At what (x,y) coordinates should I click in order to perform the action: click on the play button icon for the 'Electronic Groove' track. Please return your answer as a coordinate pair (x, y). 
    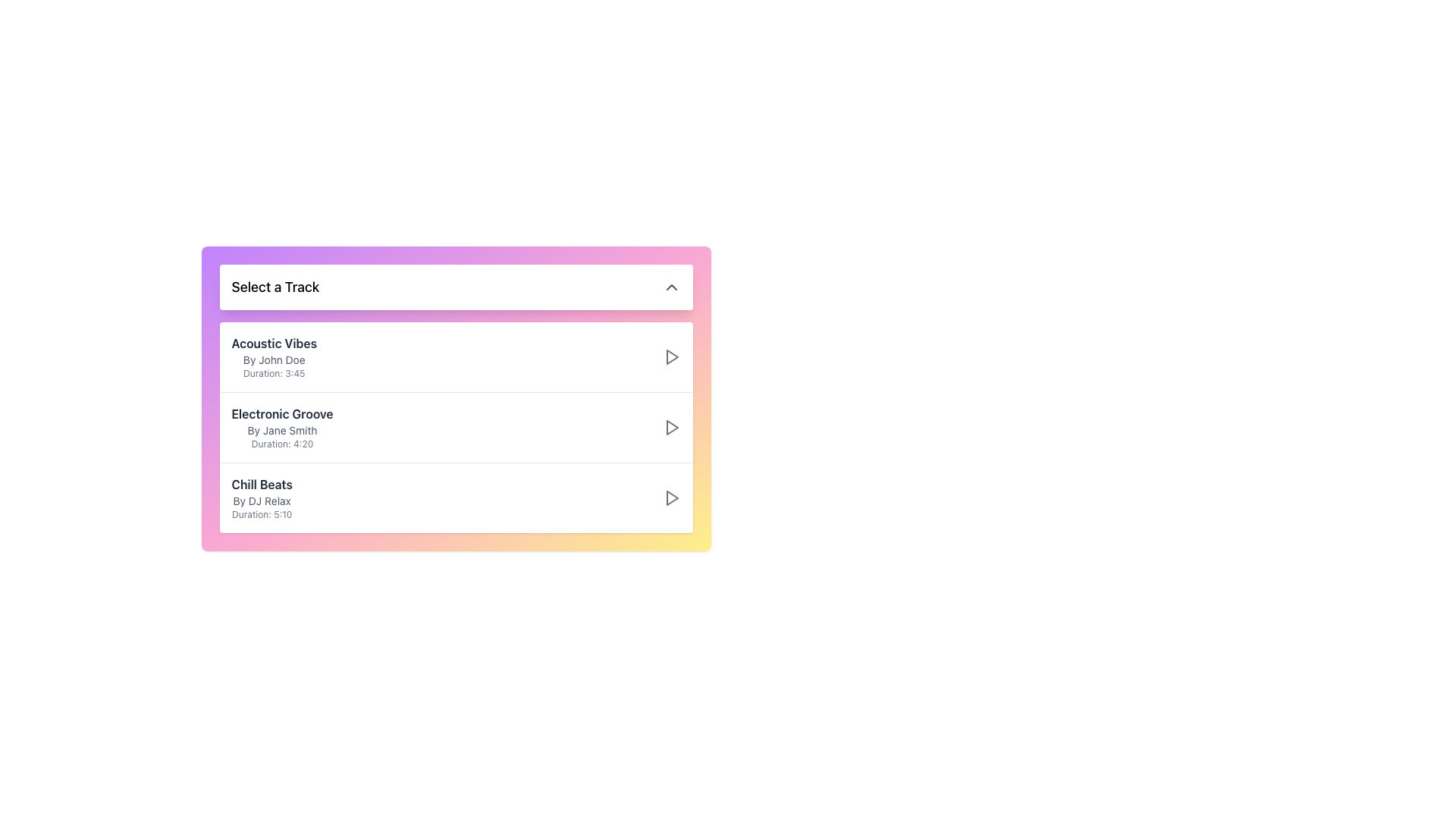
    Looking at the image, I should click on (671, 427).